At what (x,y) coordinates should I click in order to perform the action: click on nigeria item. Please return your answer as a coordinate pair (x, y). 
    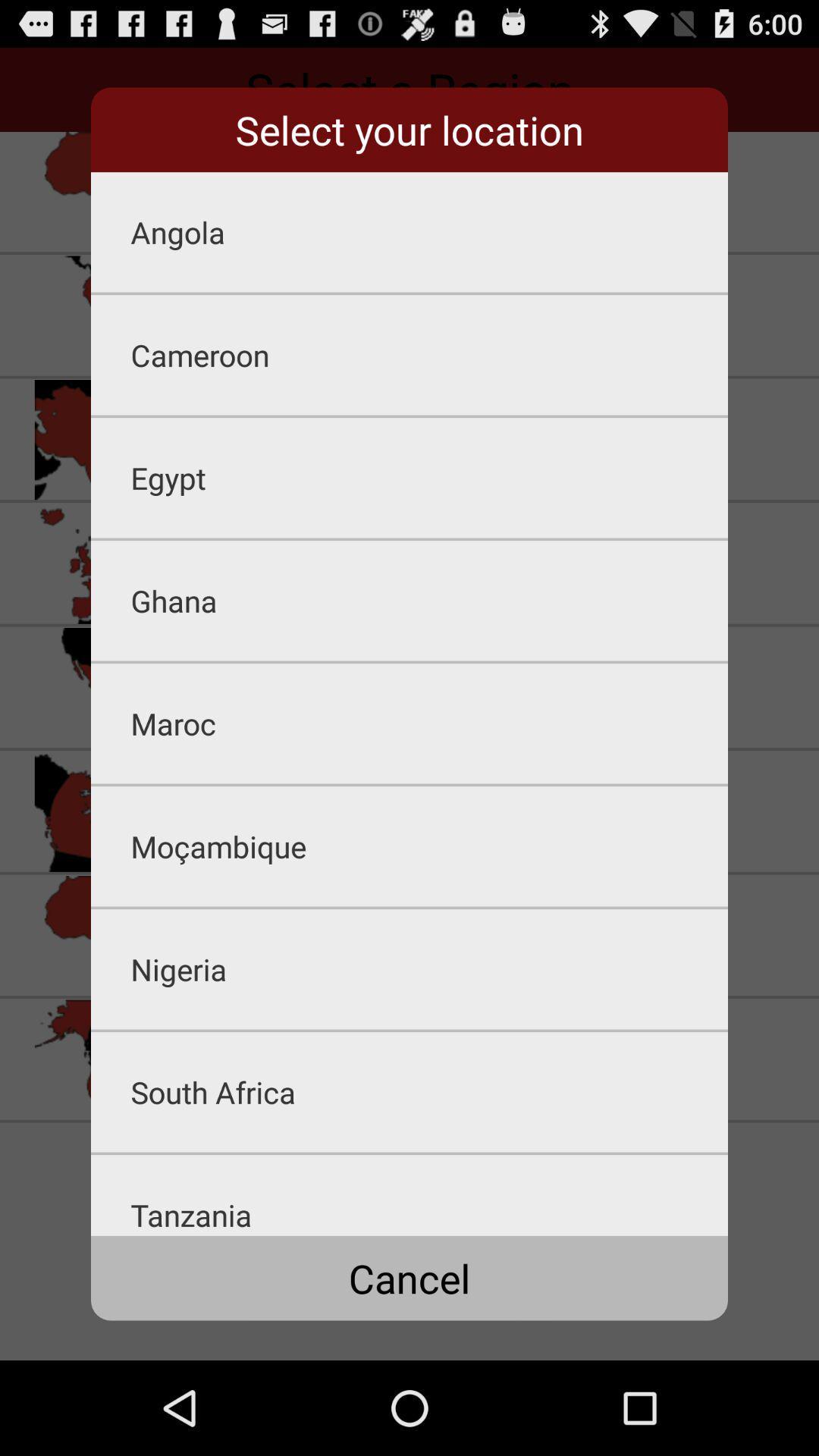
    Looking at the image, I should click on (429, 968).